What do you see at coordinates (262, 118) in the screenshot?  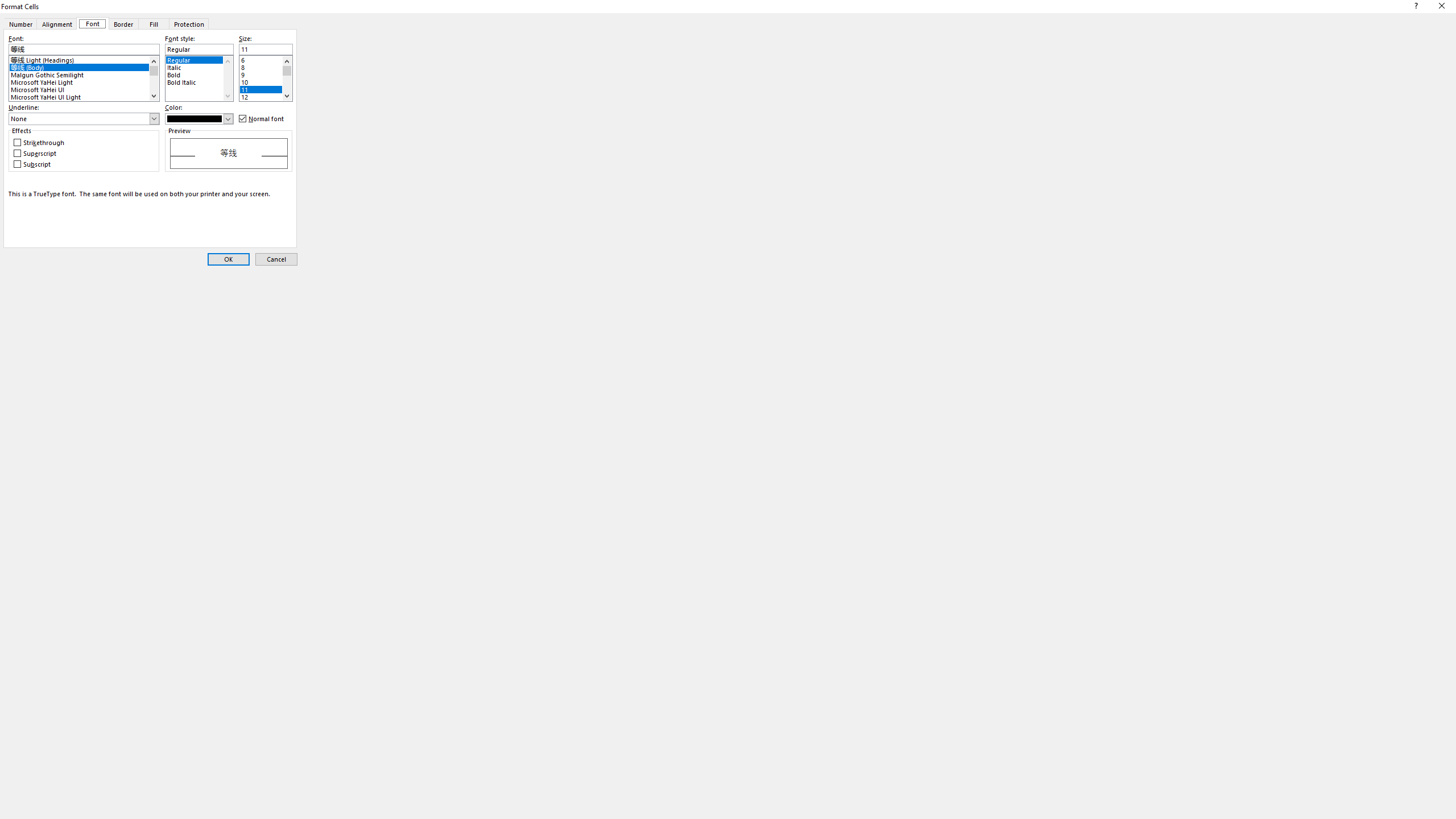 I see `'Normal font'` at bounding box center [262, 118].